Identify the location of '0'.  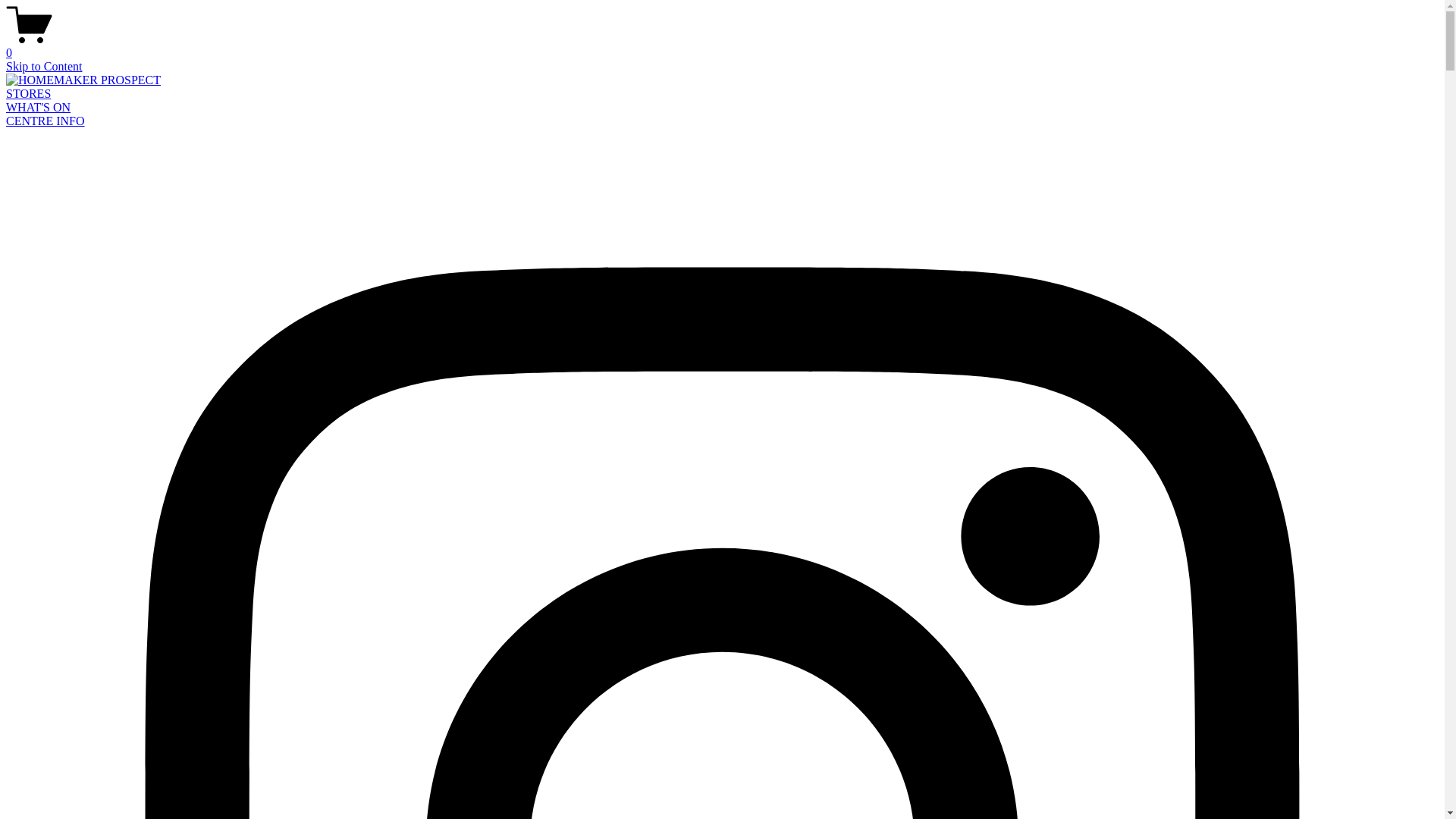
(721, 45).